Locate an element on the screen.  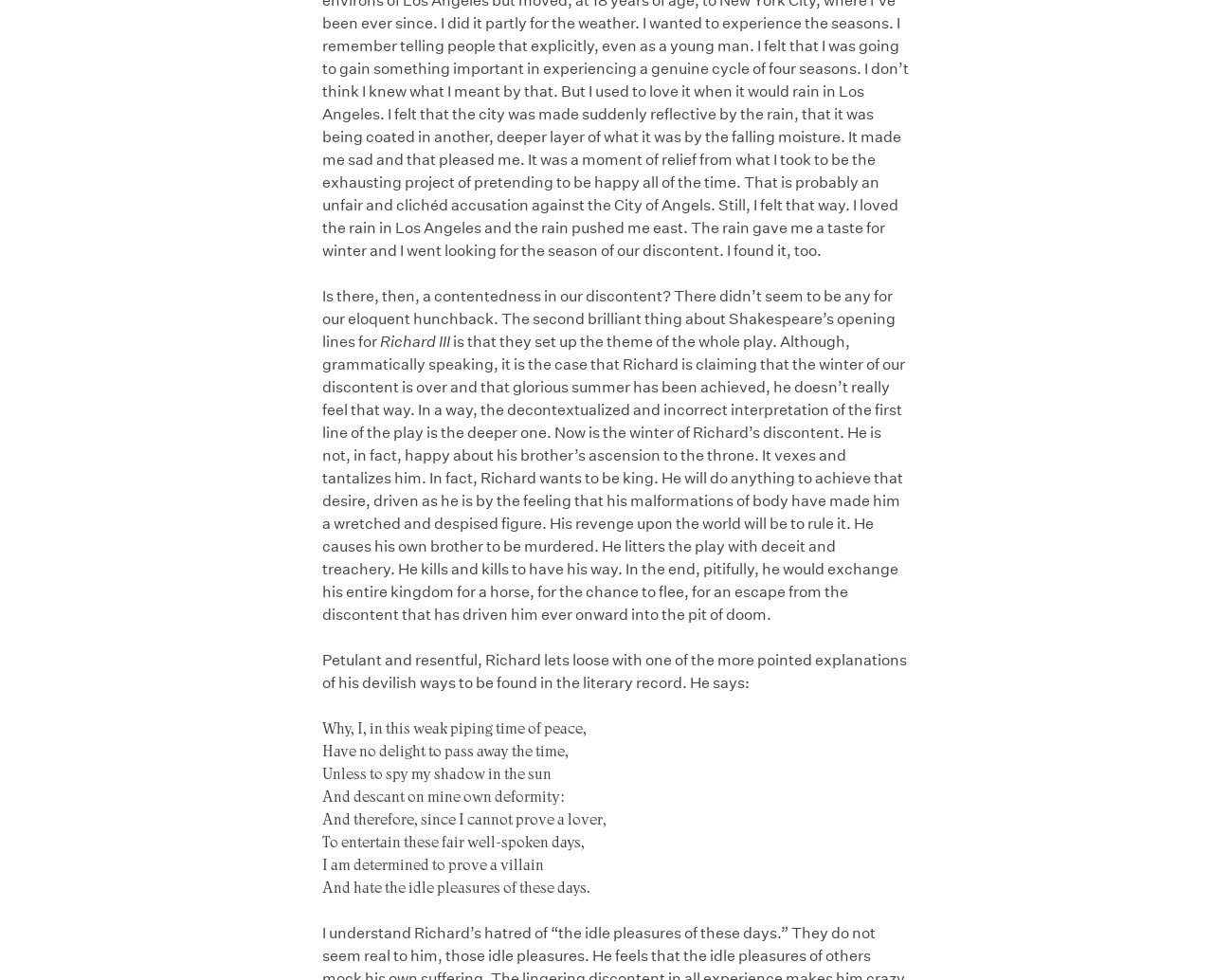
'And therefore, since I cannot prove a lover,' is located at coordinates (463, 817).